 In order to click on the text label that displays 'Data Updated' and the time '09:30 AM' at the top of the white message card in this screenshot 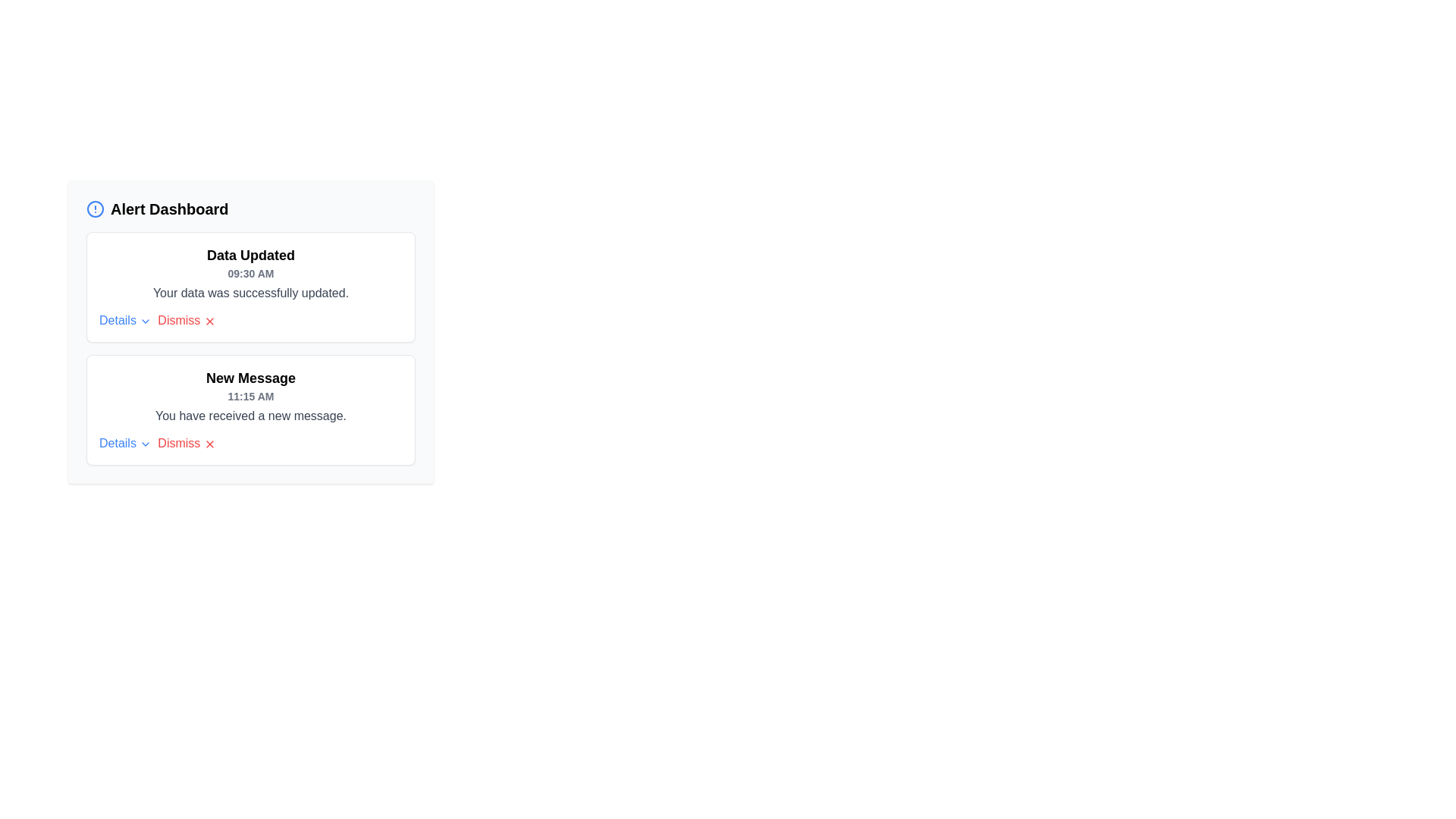, I will do `click(251, 262)`.